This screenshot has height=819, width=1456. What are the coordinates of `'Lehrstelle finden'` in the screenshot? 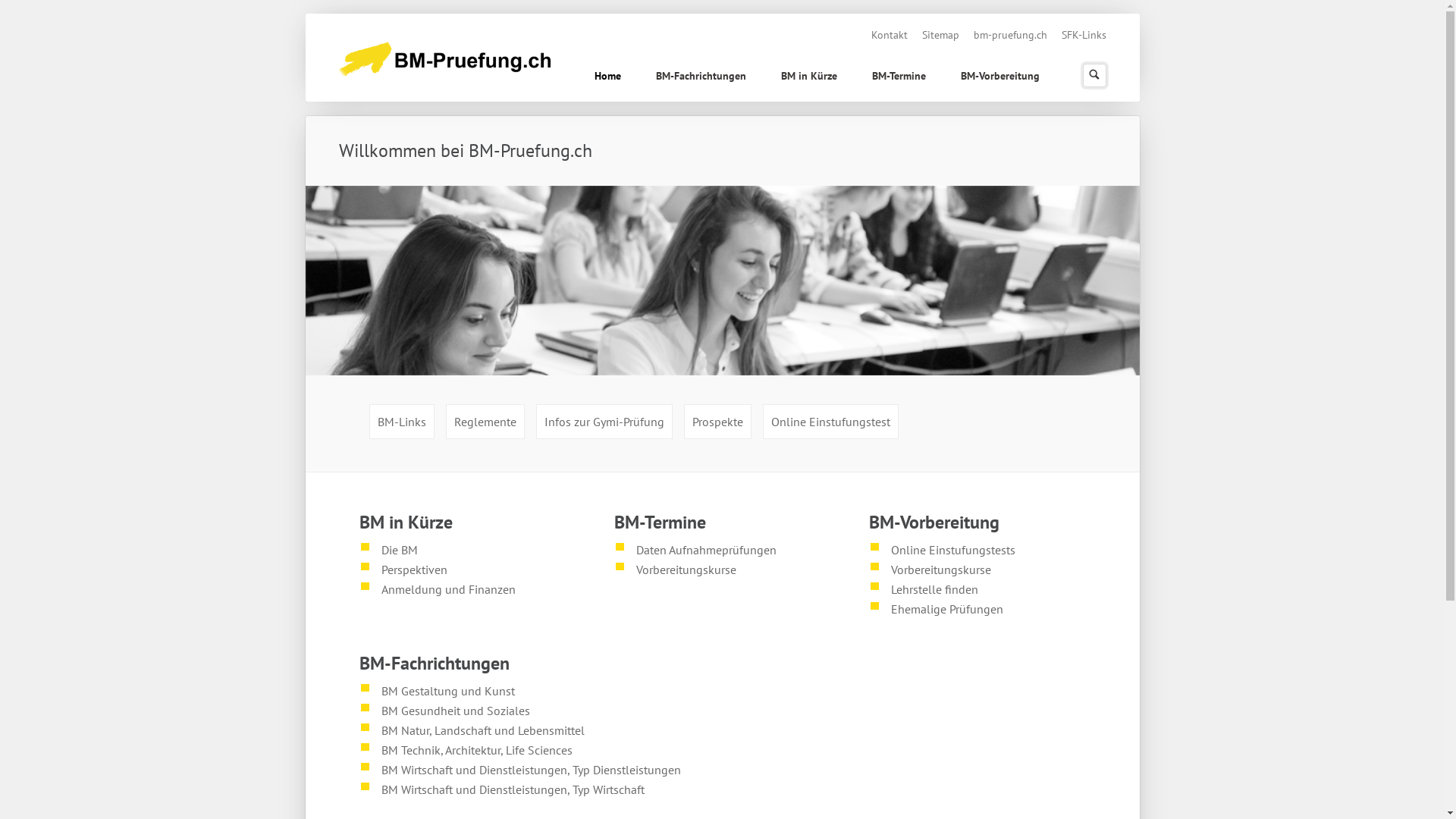 It's located at (891, 588).